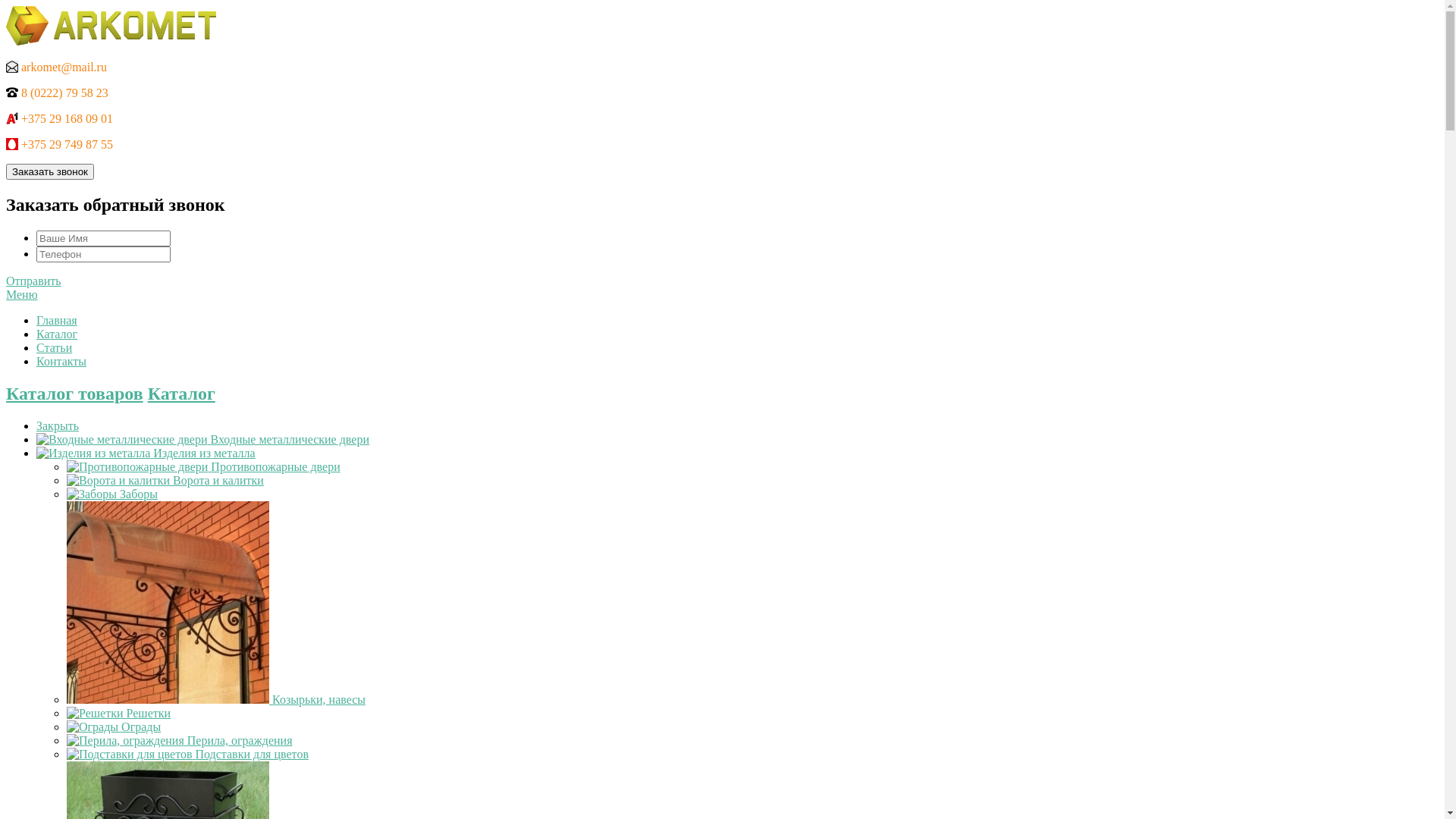 The height and width of the screenshot is (819, 1456). What do you see at coordinates (6, 117) in the screenshot?
I see `'A1'` at bounding box center [6, 117].